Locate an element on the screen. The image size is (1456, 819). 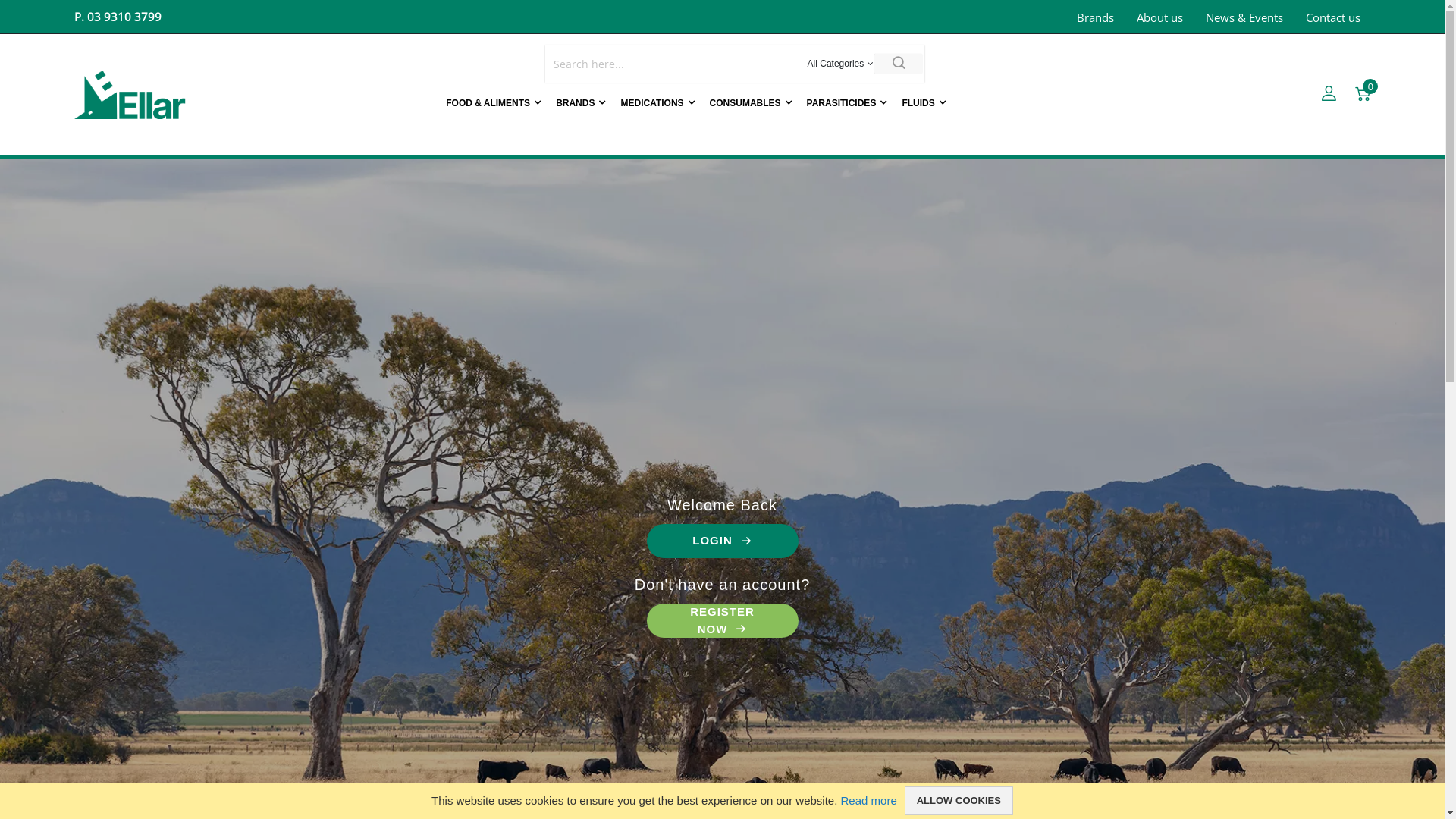
'LOGIN' is located at coordinates (720, 540).